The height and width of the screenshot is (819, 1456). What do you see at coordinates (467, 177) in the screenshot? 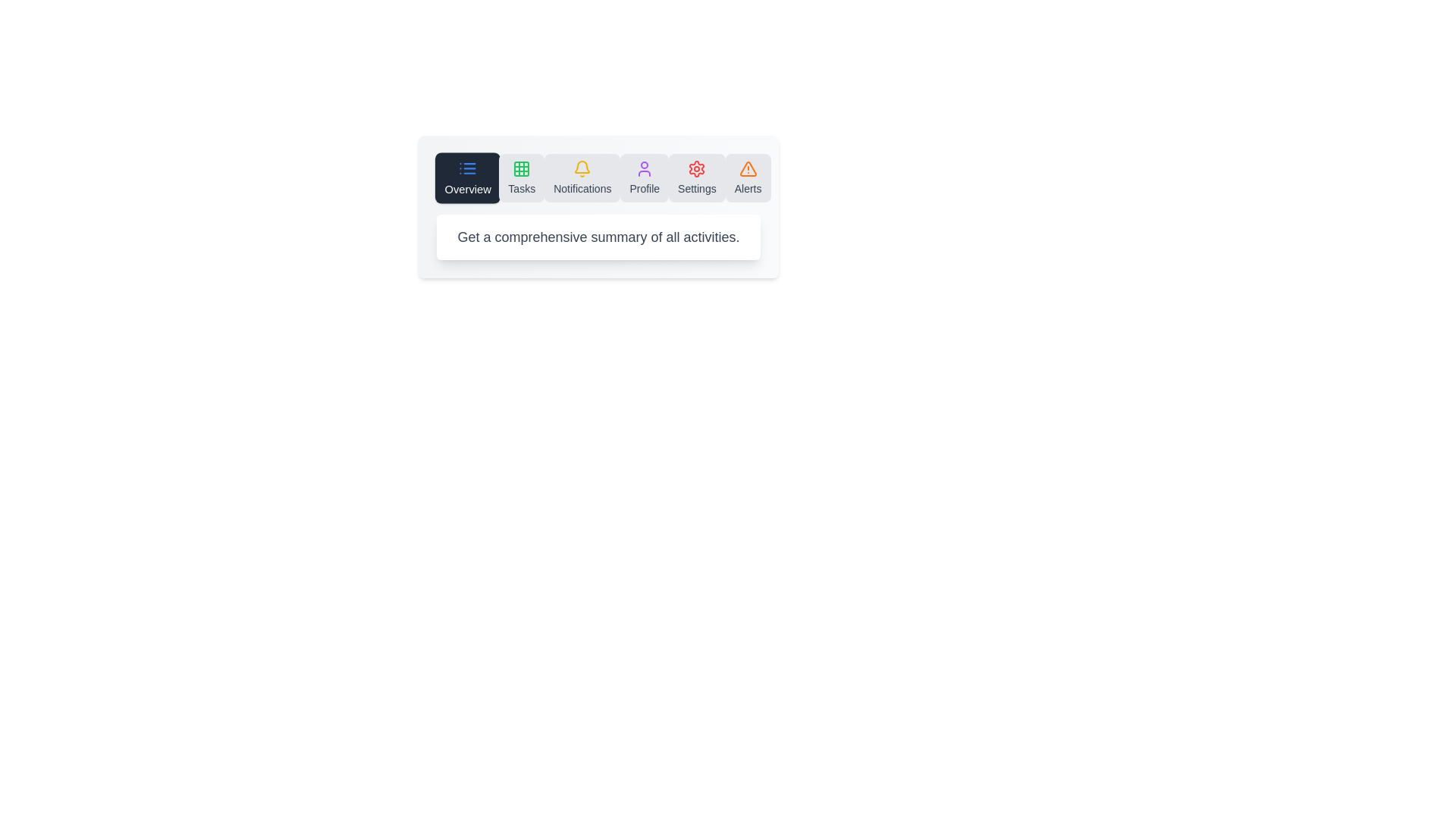
I see `the icon to switch to the Overview section` at bounding box center [467, 177].